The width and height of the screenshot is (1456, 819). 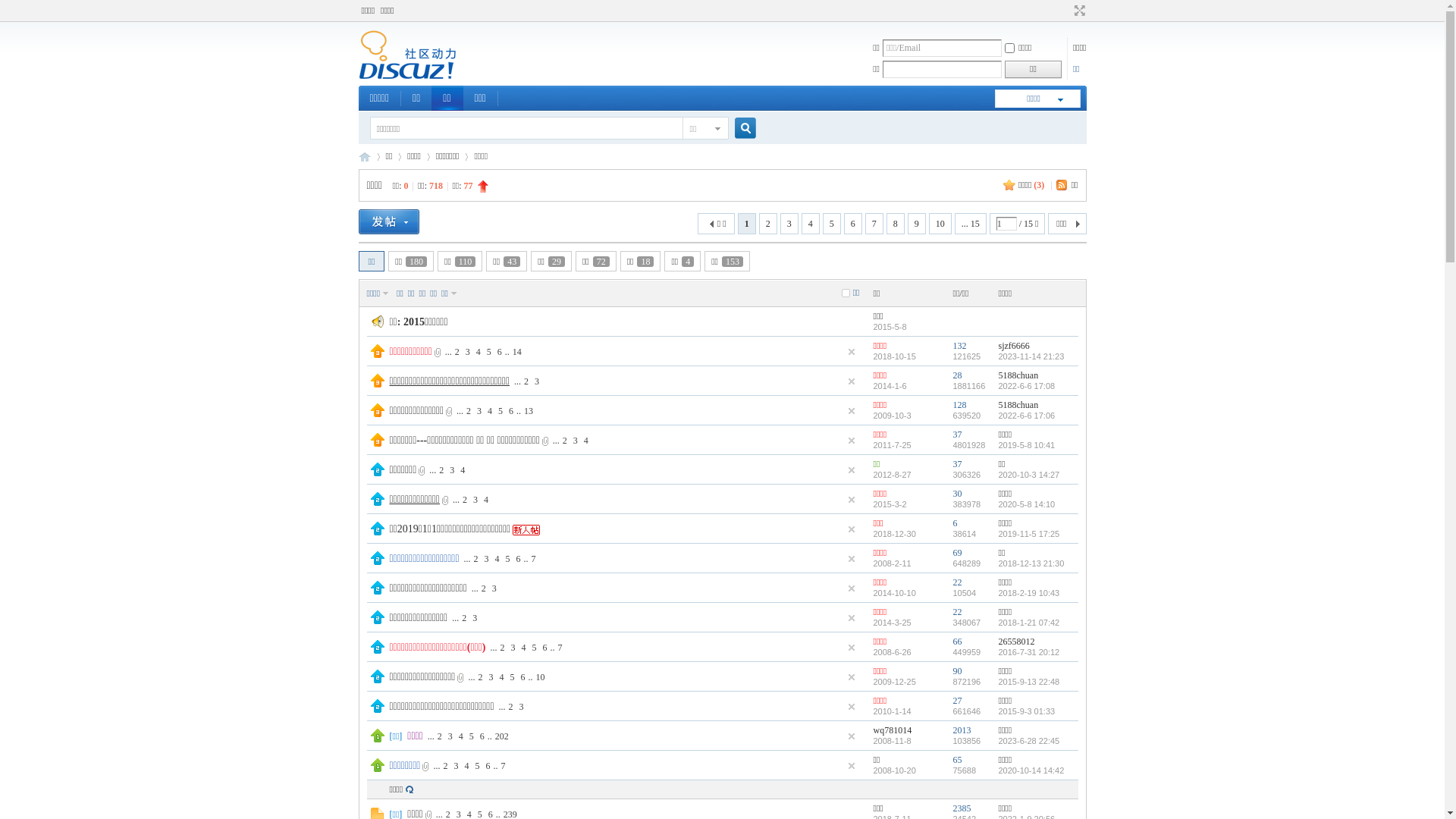 What do you see at coordinates (460, 736) in the screenshot?
I see `'4'` at bounding box center [460, 736].